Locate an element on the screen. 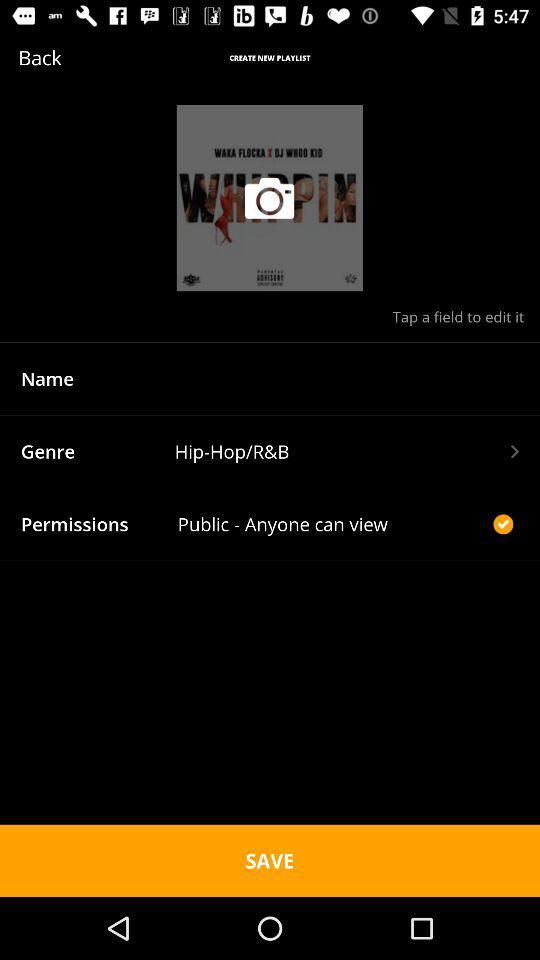 The image size is (540, 960). the icon next to create new playlist is located at coordinates (69, 56).